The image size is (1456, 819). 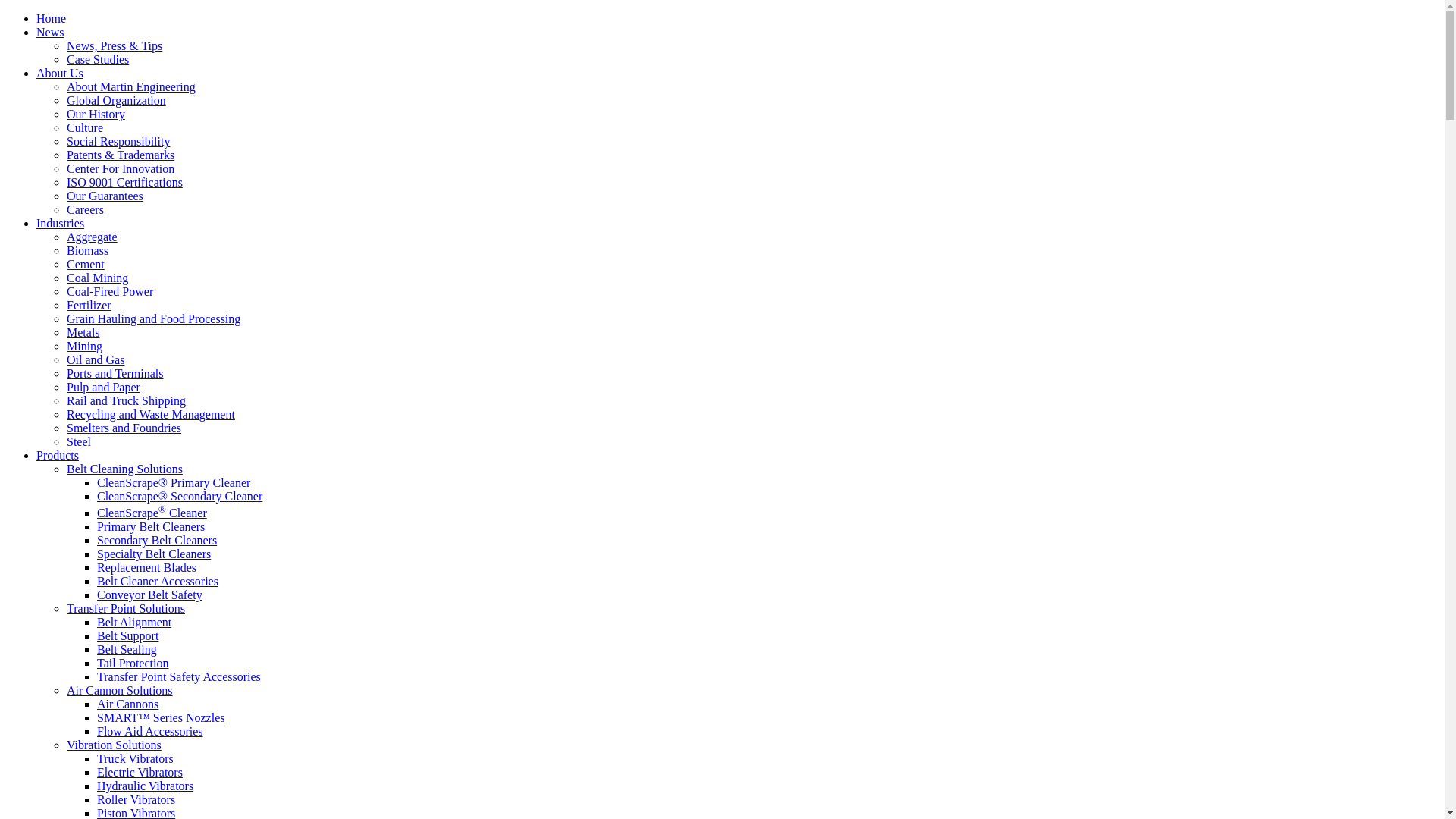 What do you see at coordinates (114, 373) in the screenshot?
I see `'Ports and Terminals'` at bounding box center [114, 373].